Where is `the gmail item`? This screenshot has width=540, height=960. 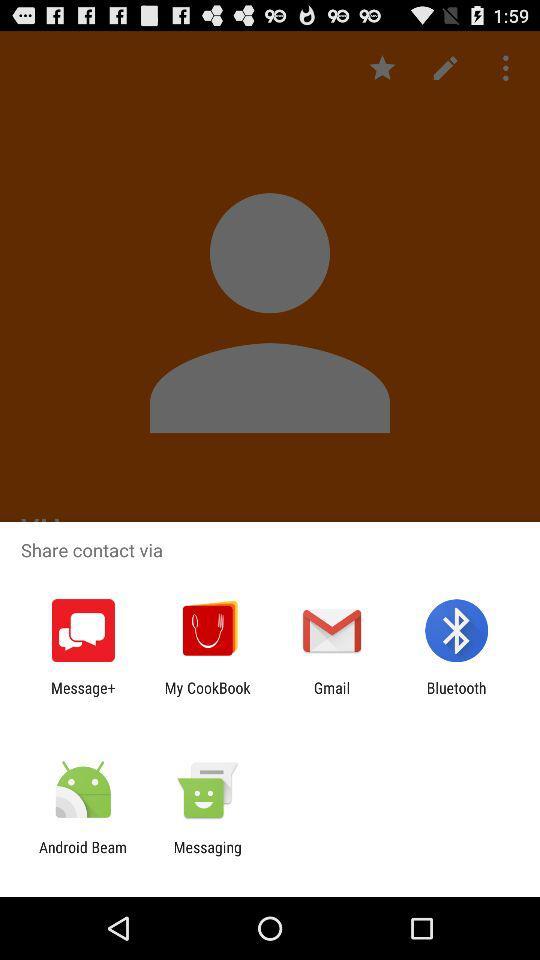
the gmail item is located at coordinates (332, 696).